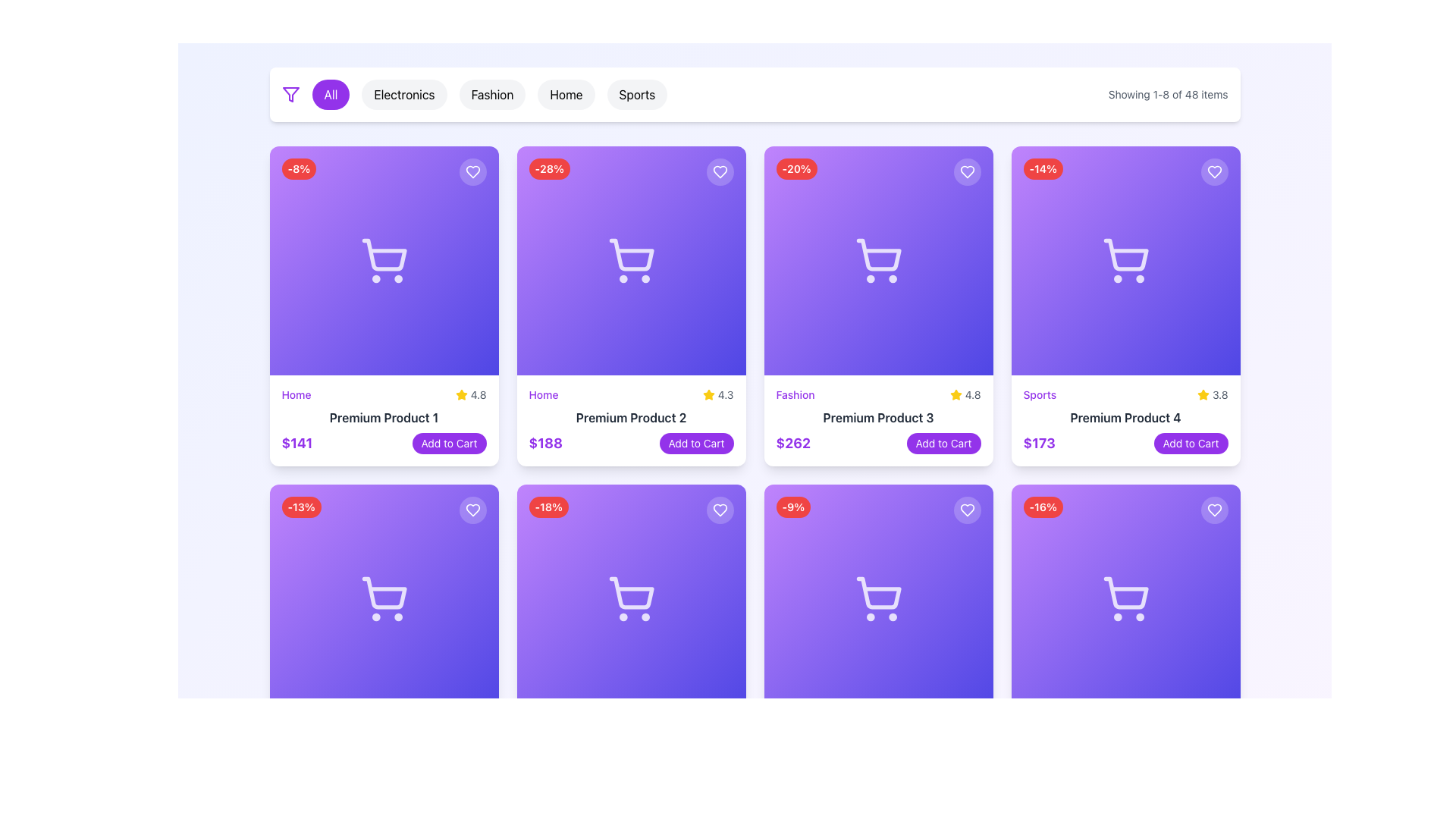 The width and height of the screenshot is (1456, 819). What do you see at coordinates (631, 592) in the screenshot?
I see `the main basket area of the shopping cart icon located in the central part of the icon, which is in the second row and second column of the grid layout` at bounding box center [631, 592].